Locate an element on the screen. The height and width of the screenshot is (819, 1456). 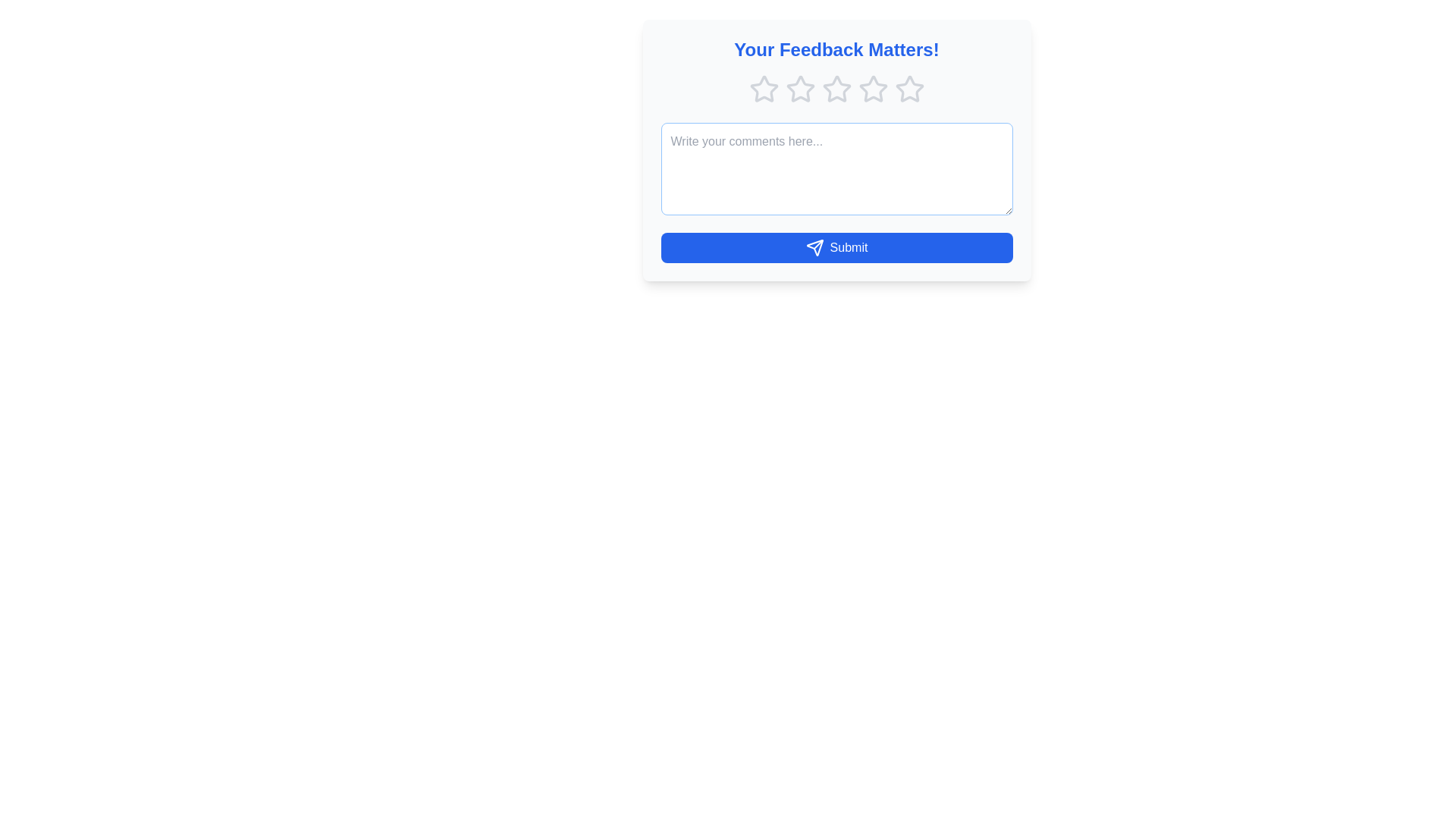
the fourth star in the rating system is located at coordinates (873, 89).